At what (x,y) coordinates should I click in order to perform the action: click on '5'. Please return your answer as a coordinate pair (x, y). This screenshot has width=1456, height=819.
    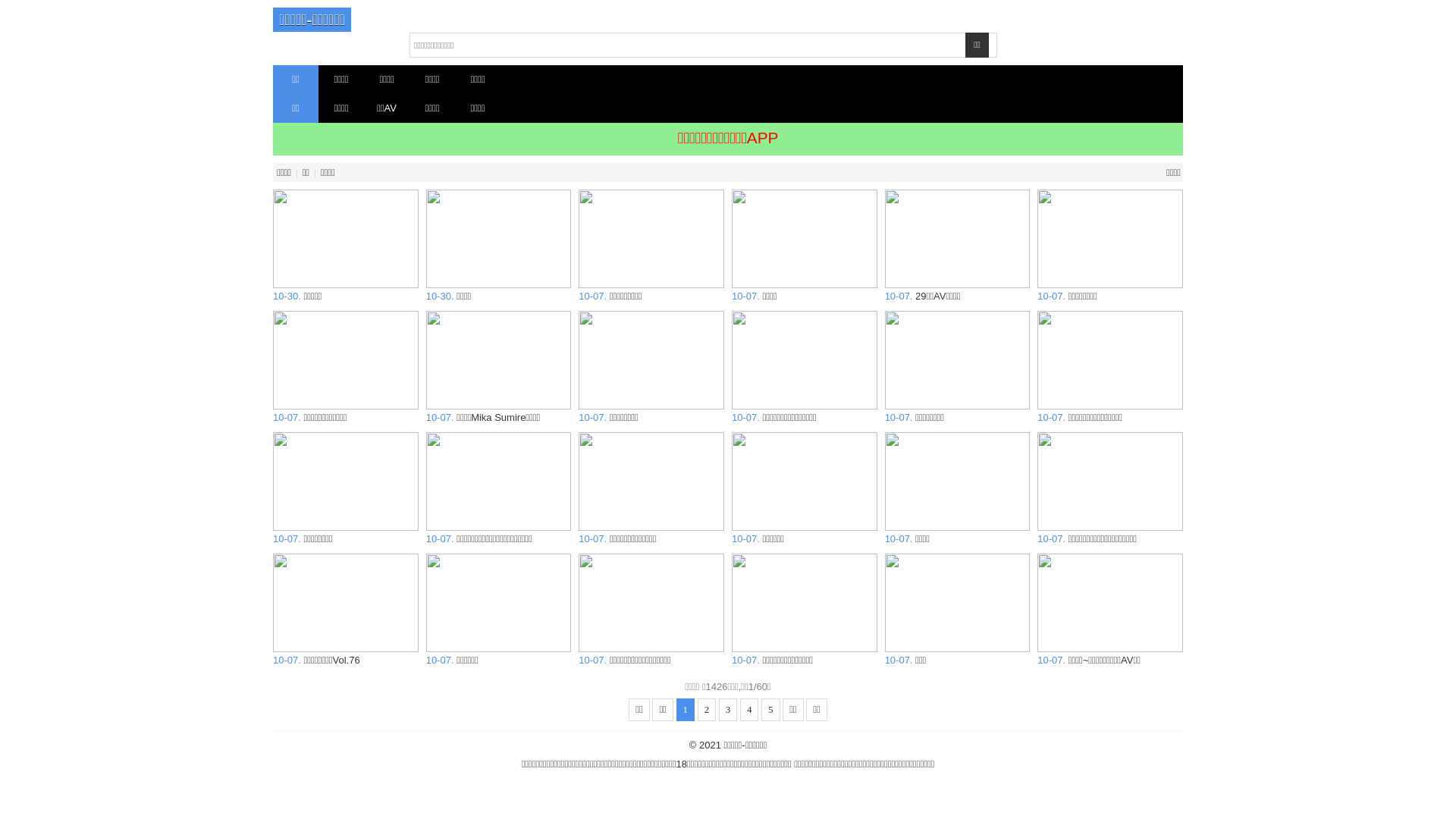
    Looking at the image, I should click on (770, 710).